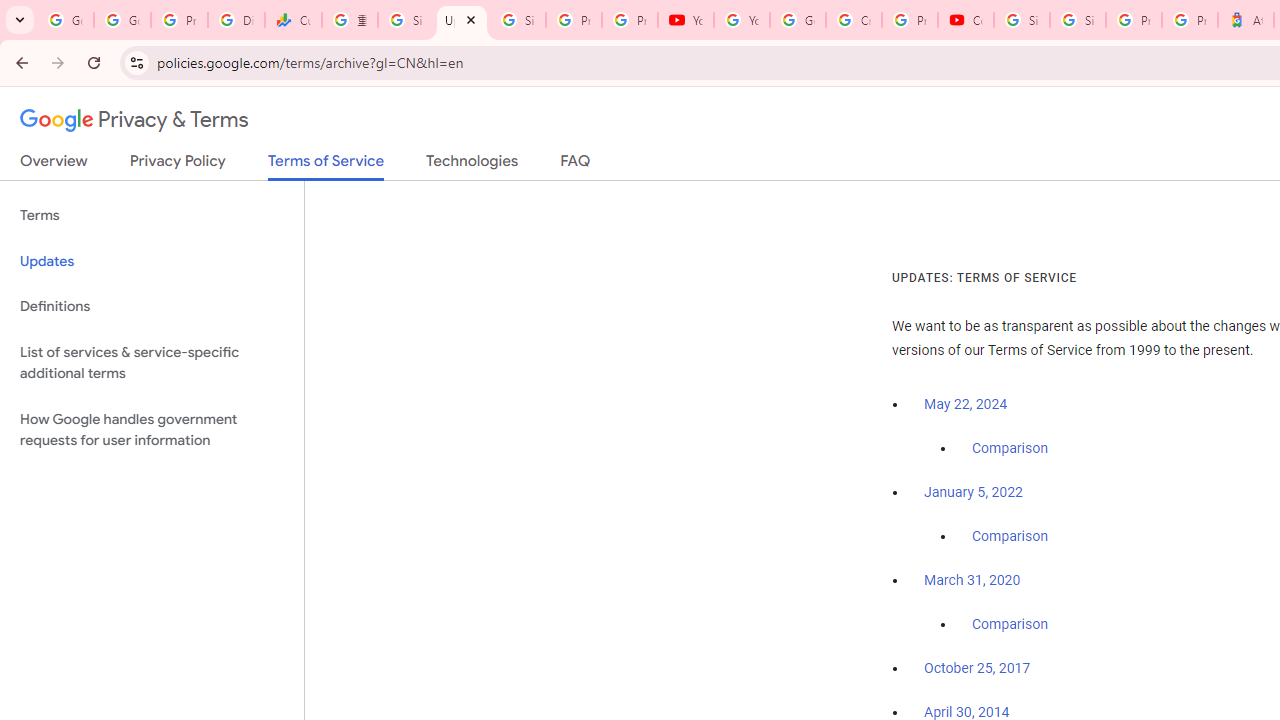  Describe the element at coordinates (797, 20) in the screenshot. I see `'Google Account Help'` at that location.